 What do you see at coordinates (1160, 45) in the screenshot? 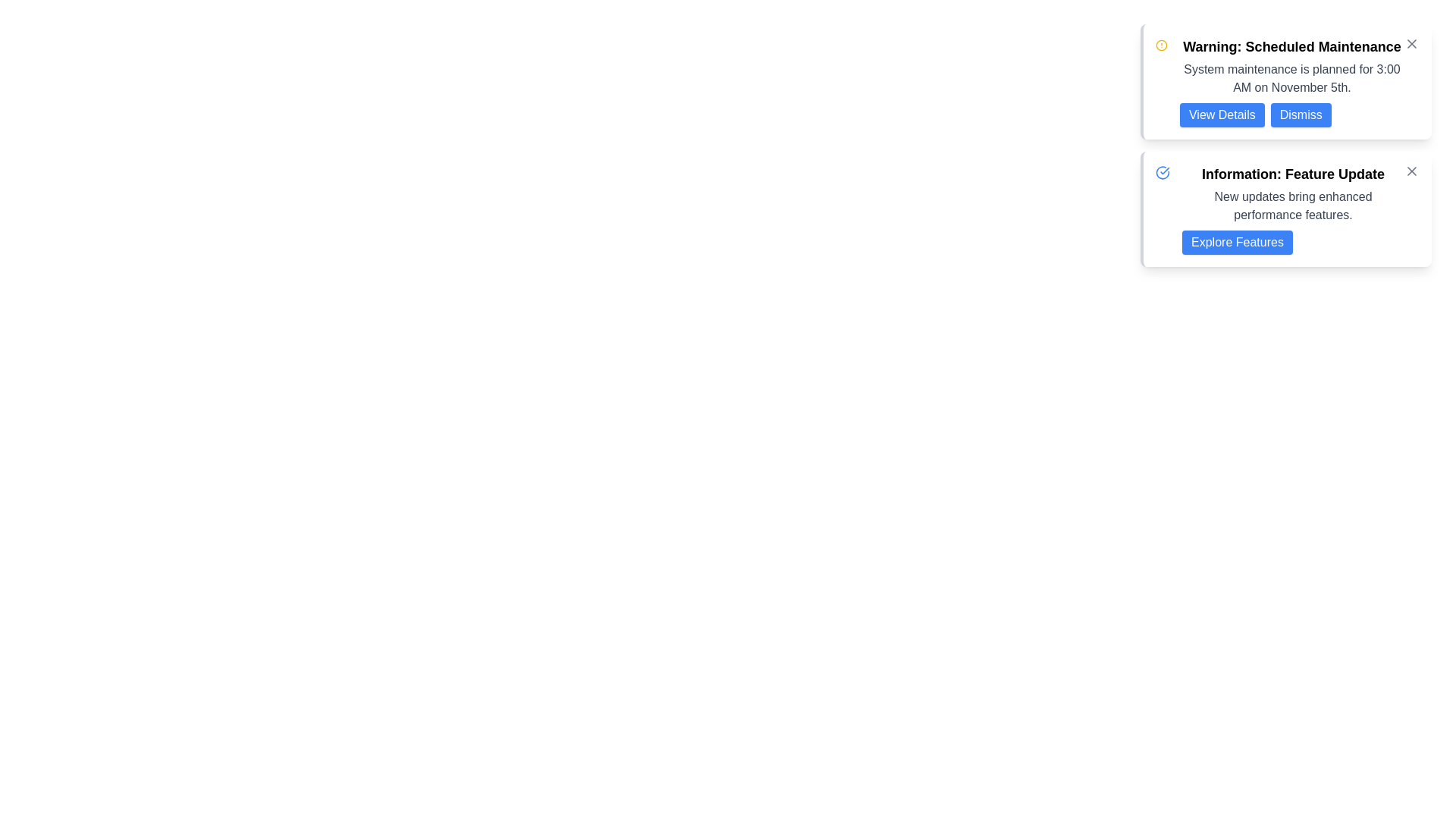
I see `the warning icon located at the top-left corner of the notification card titled 'Warning: Scheduled Maintenance', which is positioned to the left of the text within the card` at bounding box center [1160, 45].